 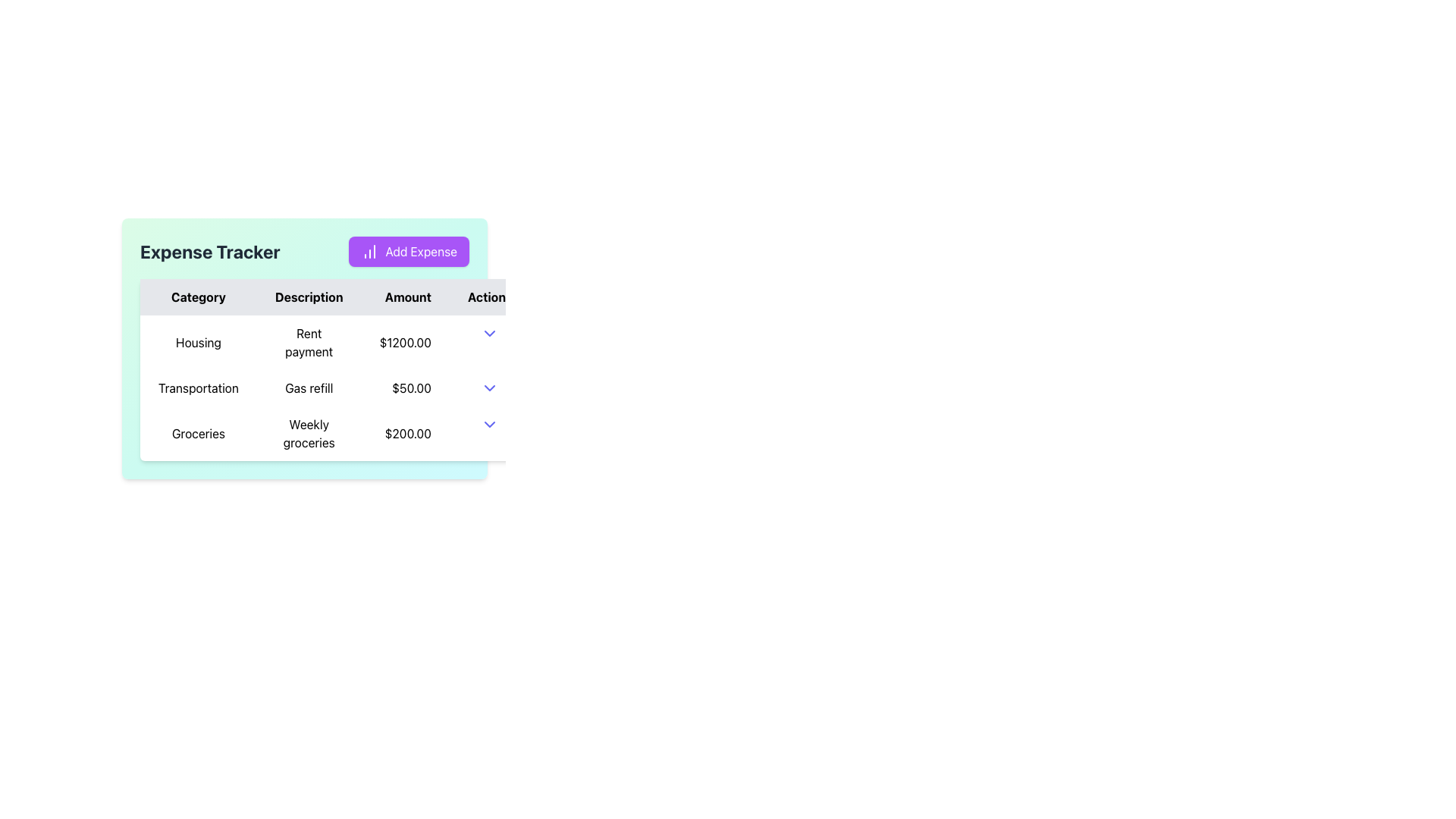 I want to click on the Dropdown Toggle Button with an indigo-colored stroke that is aligned with the 'Gas refill' item in the 'Transportation' row, so click(x=490, y=388).